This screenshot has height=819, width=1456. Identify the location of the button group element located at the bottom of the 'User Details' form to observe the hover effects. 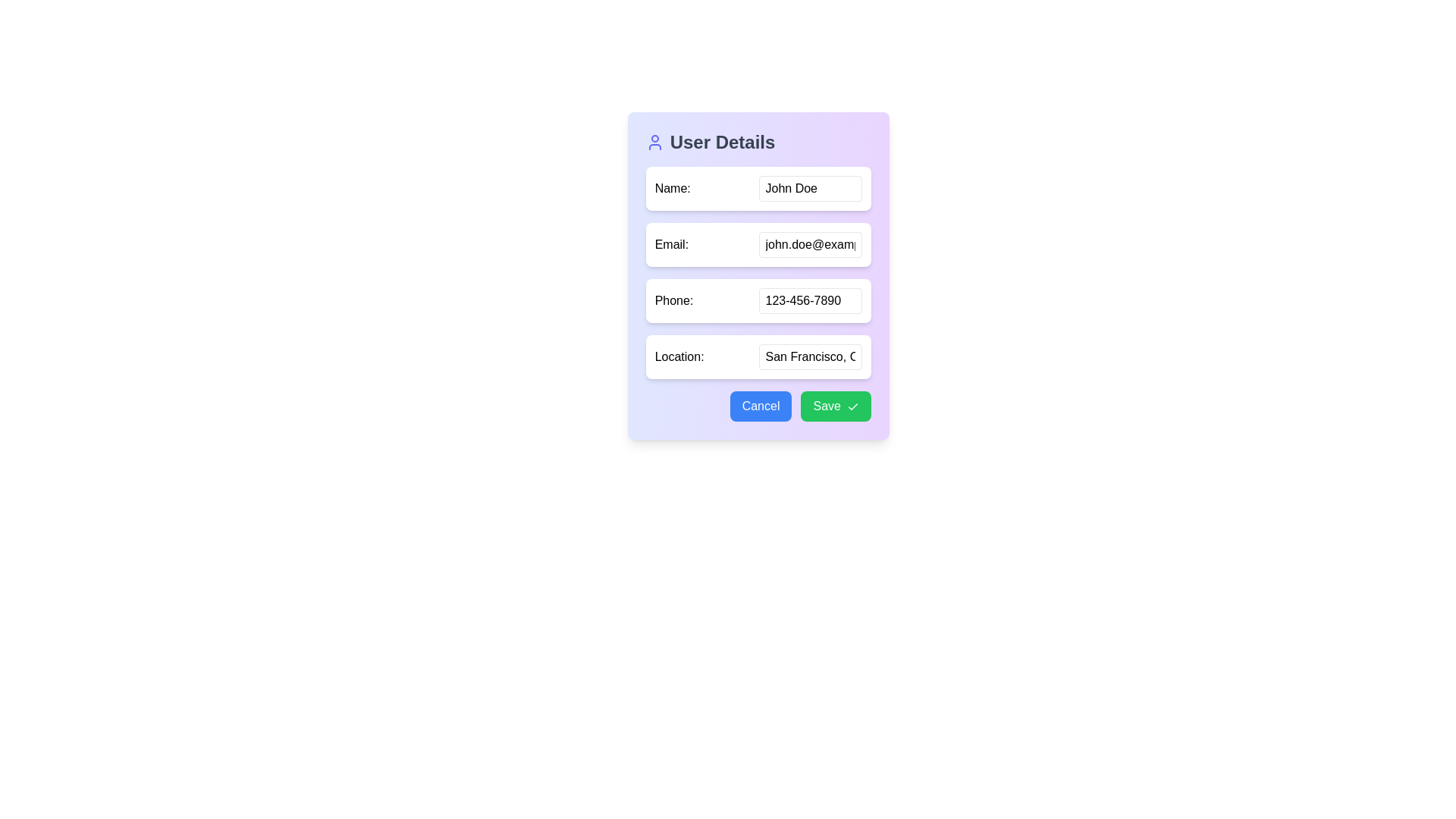
(758, 406).